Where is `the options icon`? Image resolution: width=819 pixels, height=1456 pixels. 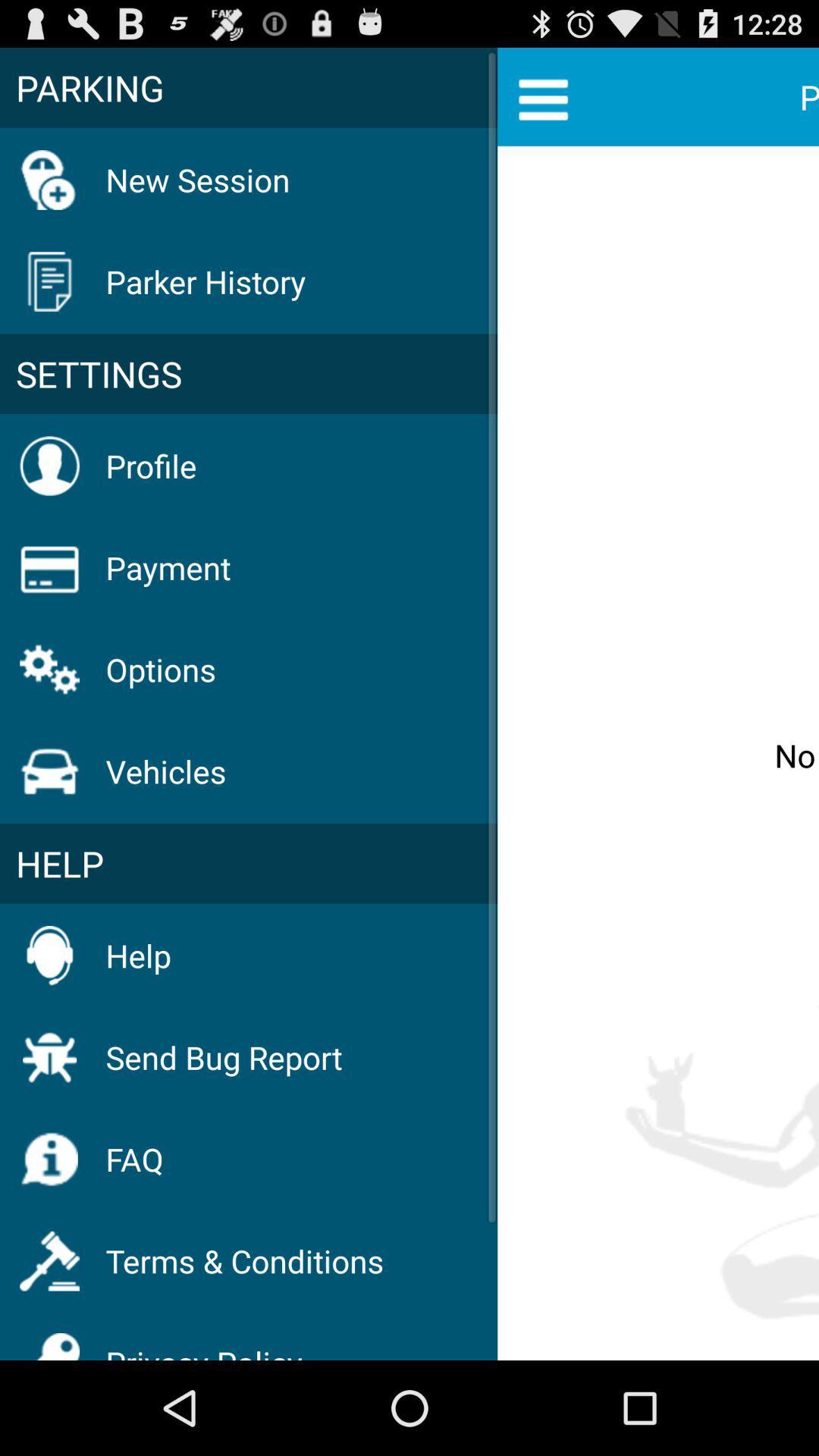
the options icon is located at coordinates (161, 668).